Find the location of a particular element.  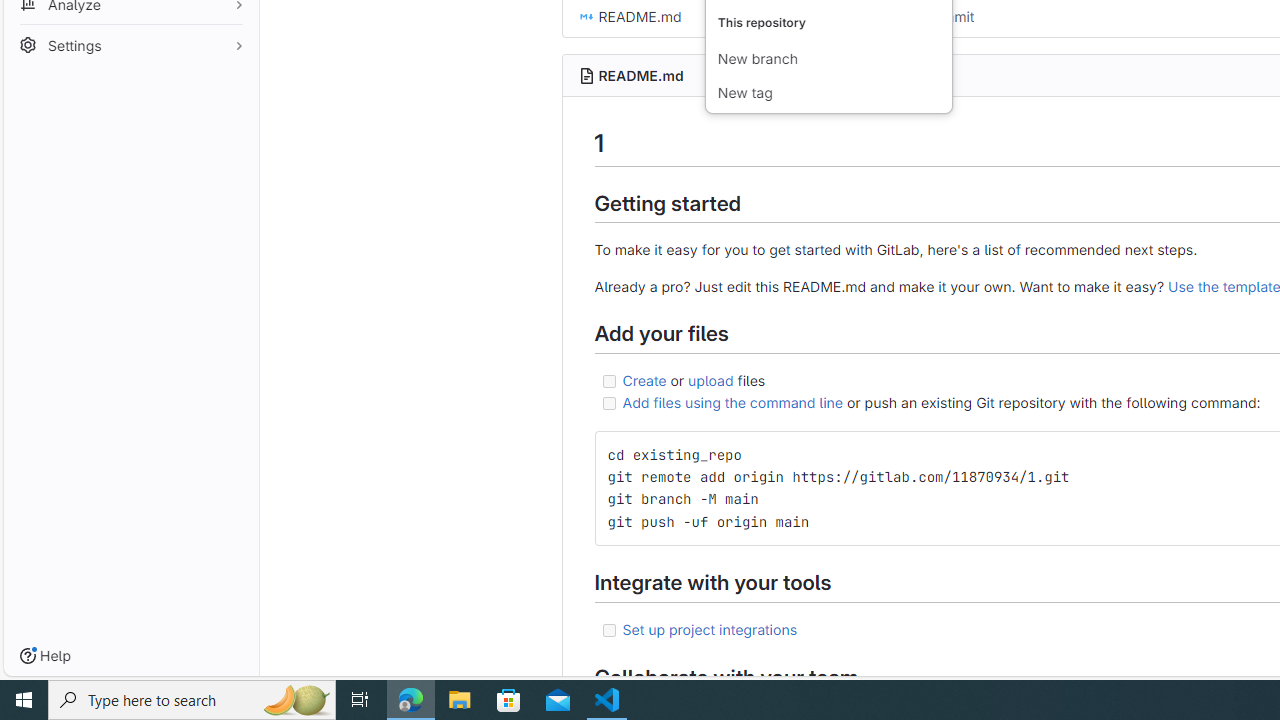

'Initial commit' is located at coordinates (929, 16).